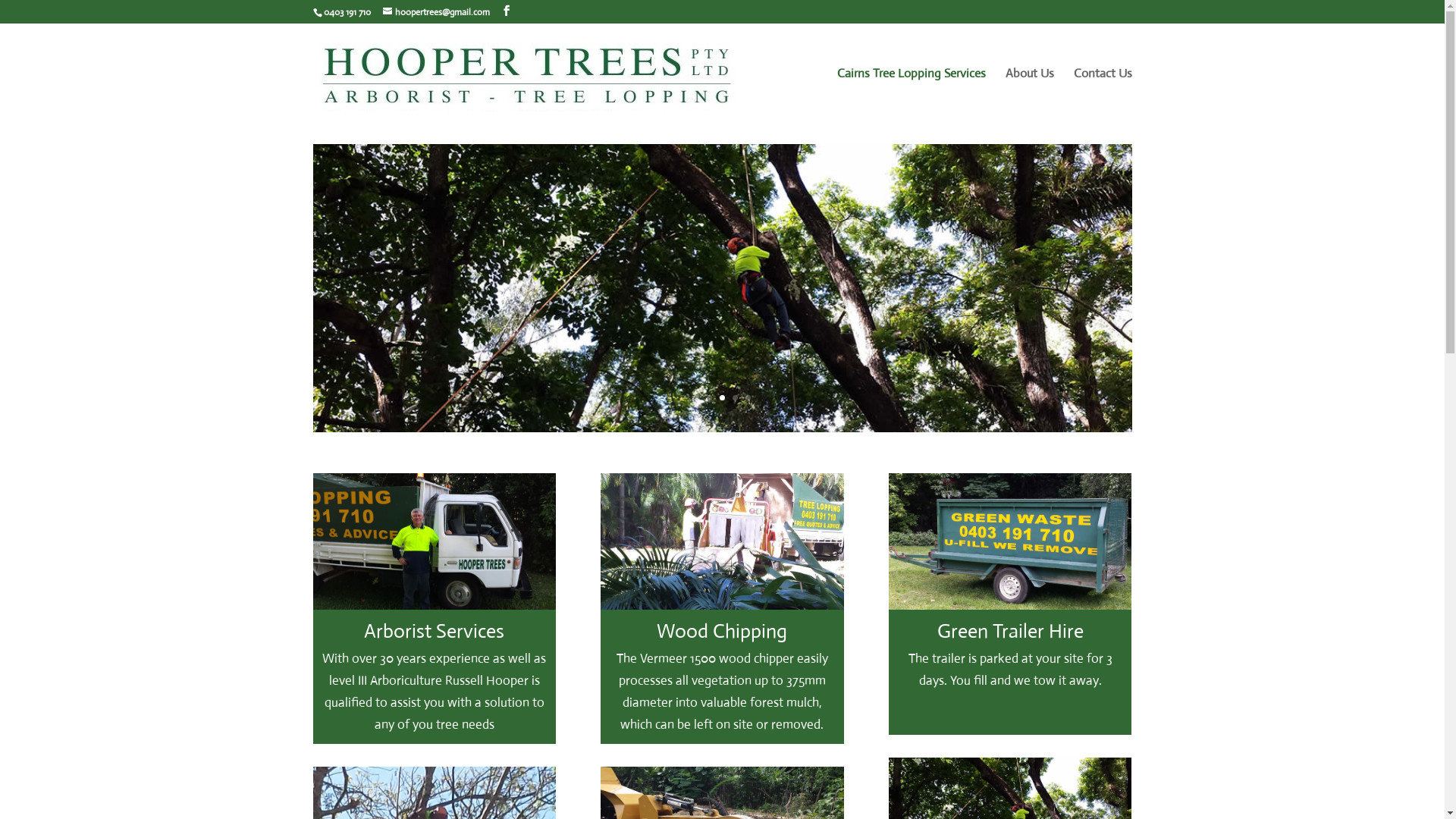 Image resolution: width=1456 pixels, height=819 pixels. What do you see at coordinates (735, 397) in the screenshot?
I see `'4'` at bounding box center [735, 397].